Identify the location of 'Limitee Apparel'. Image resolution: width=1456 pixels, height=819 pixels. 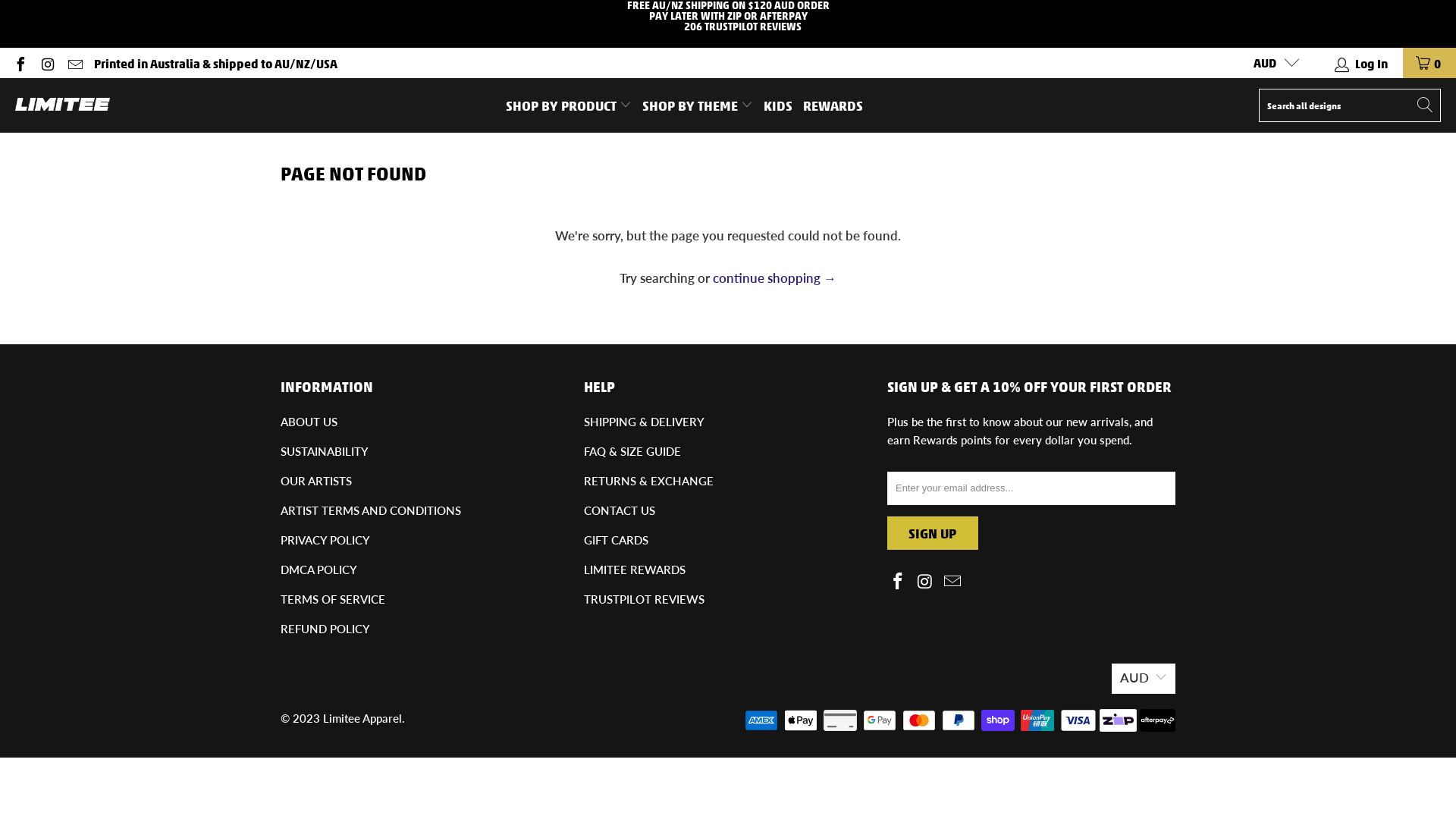
(362, 717).